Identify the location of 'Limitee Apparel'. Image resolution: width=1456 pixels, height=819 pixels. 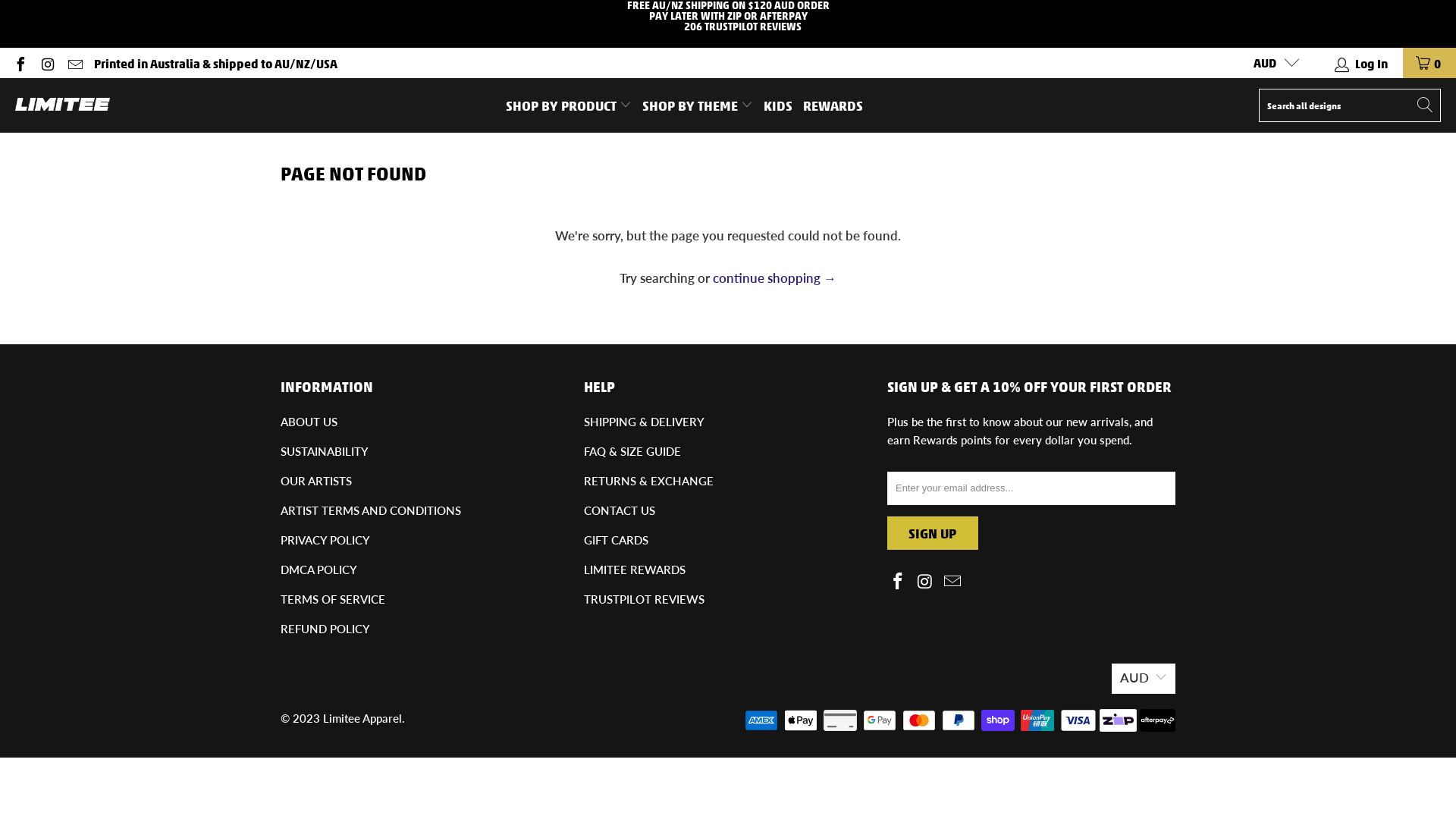
(362, 717).